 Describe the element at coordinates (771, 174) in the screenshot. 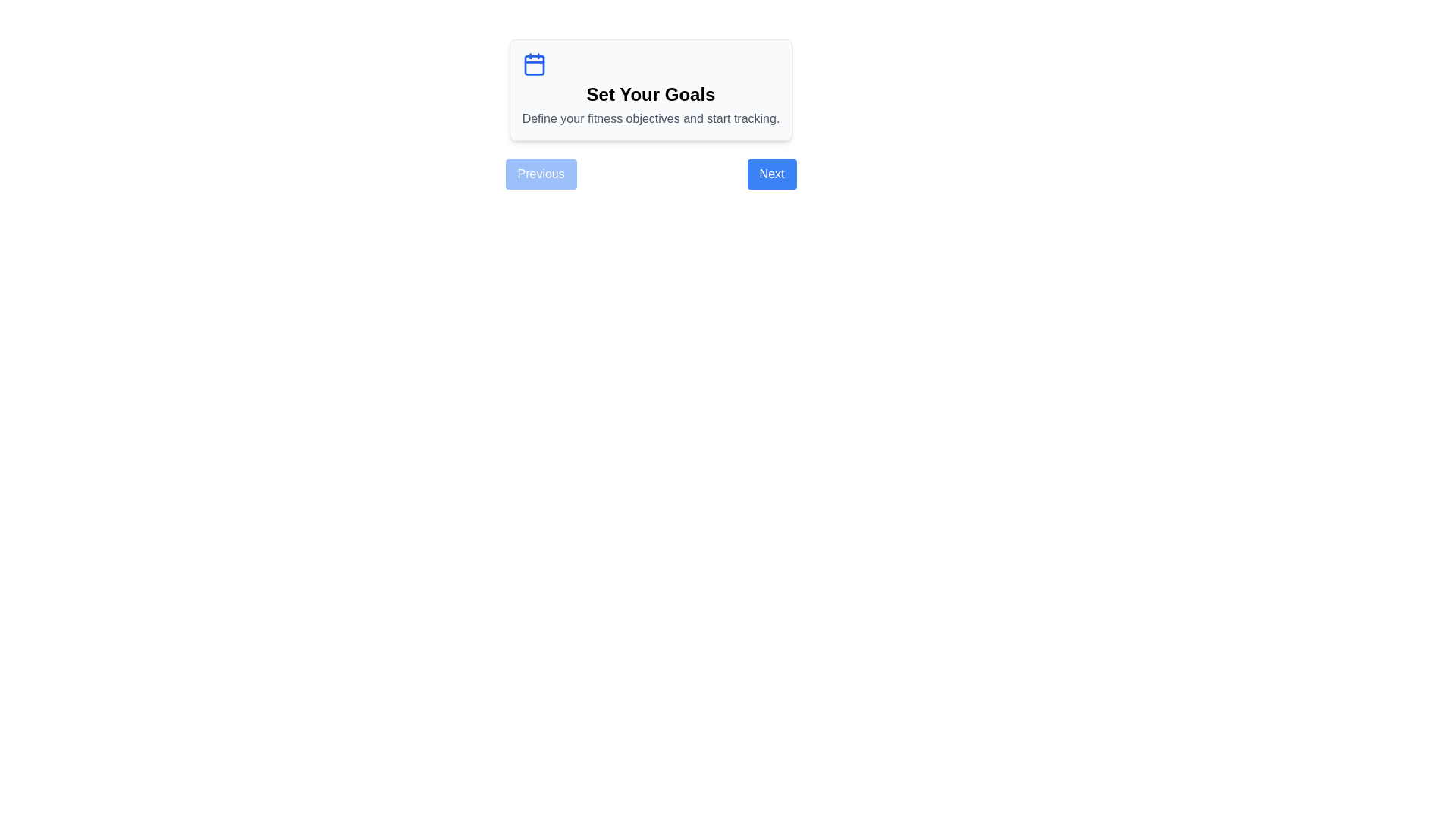

I see `the 'Next' button, which is a bright blue rectangular button with rounded corners, located below the 'Set Your Goals' header` at that location.